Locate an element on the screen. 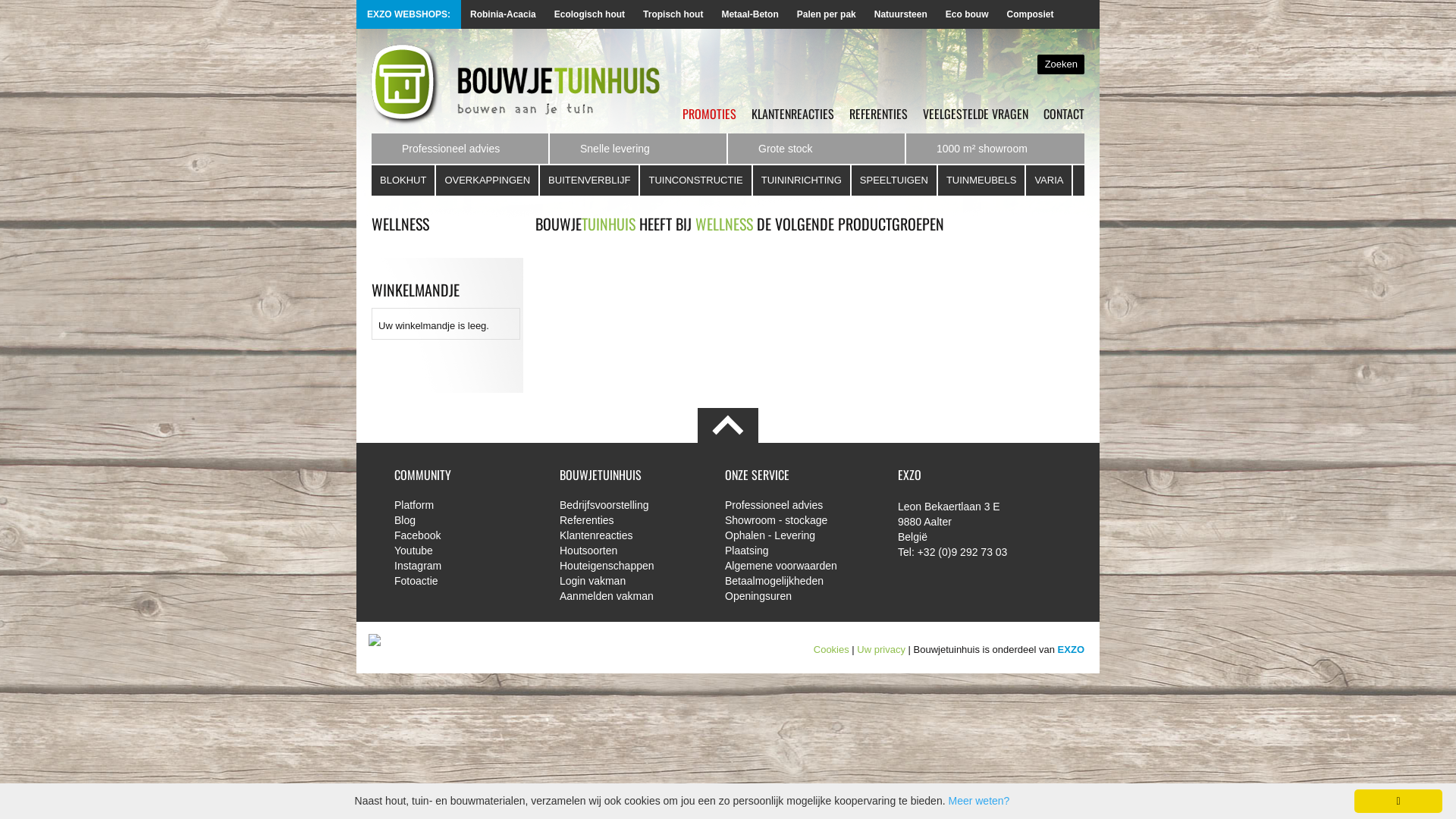  'Houtsoorten' is located at coordinates (630, 550).